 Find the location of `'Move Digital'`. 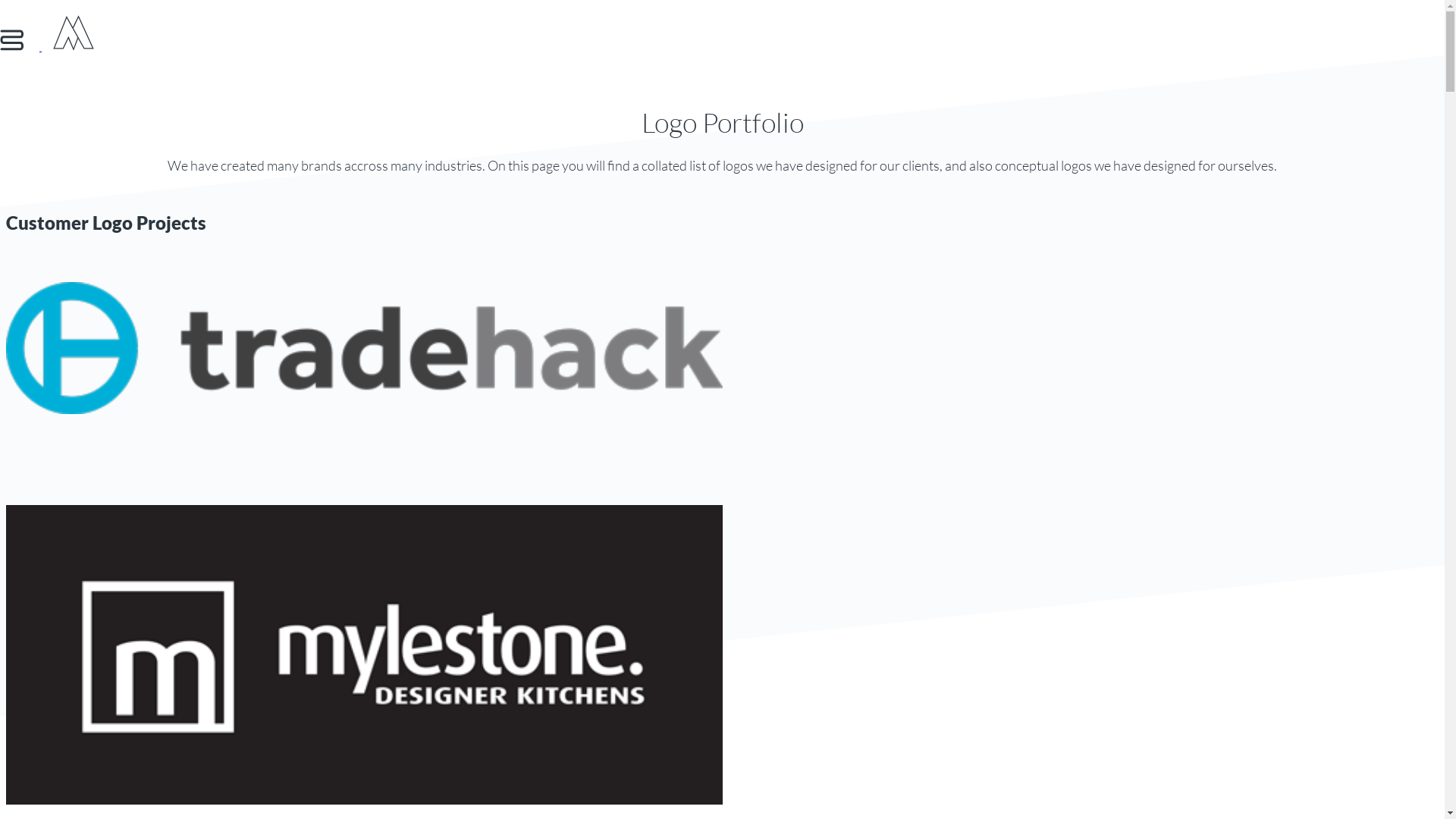

'Move Digital' is located at coordinates (72, 45).